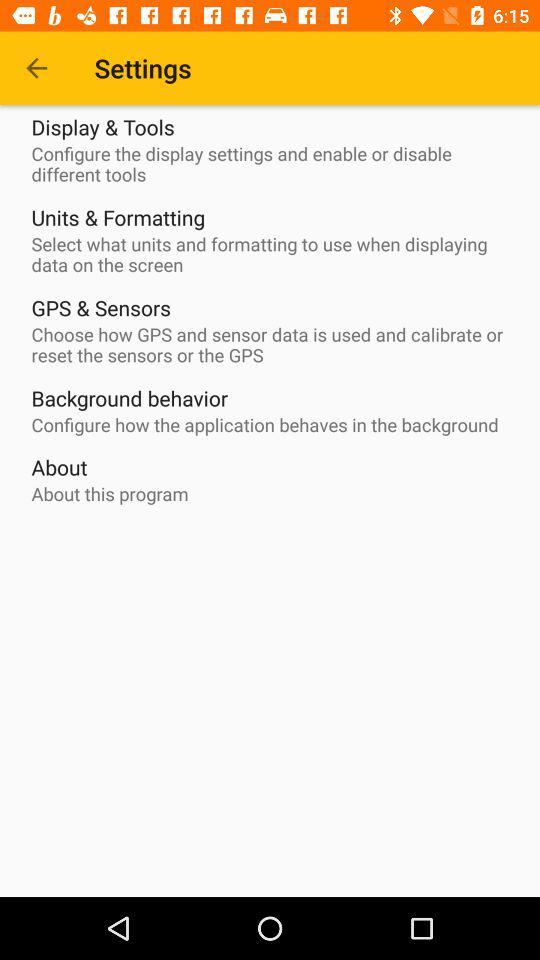  I want to click on background behavior icon, so click(129, 397).